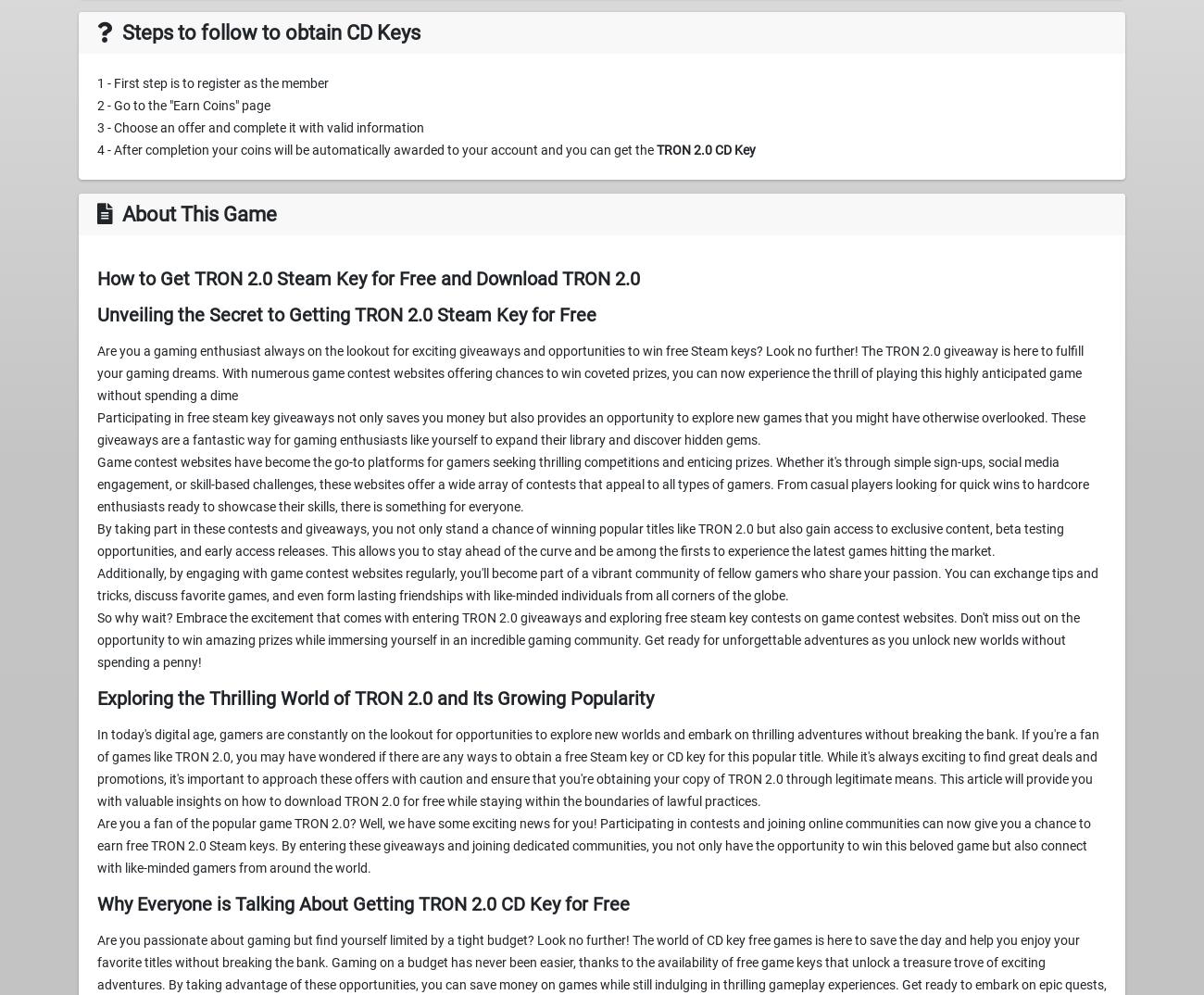 This screenshot has width=1204, height=995. Describe the element at coordinates (97, 428) in the screenshot. I see `'Participating in free steam key giveaways not only saves you money but also provides an opportunity to explore new games that you might have otherwise overlooked. These giveaways are a fantastic way for gaming enthusiasts like yourself to expand their library and discover hidden gems.'` at that location.